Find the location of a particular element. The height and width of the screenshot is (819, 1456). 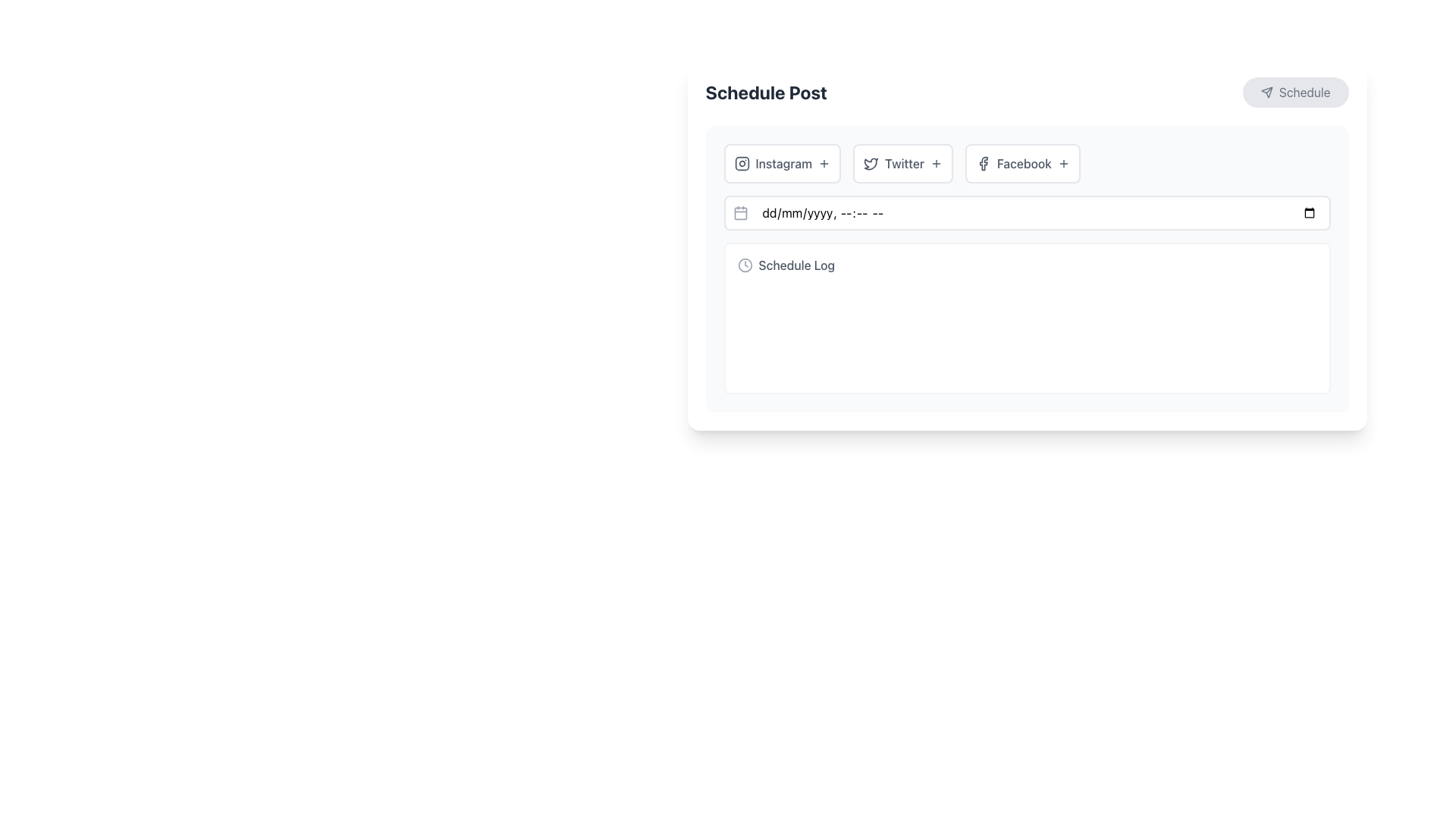

the 'Schedule' button located in the top-right corner of the scheduling interface is located at coordinates (1266, 93).